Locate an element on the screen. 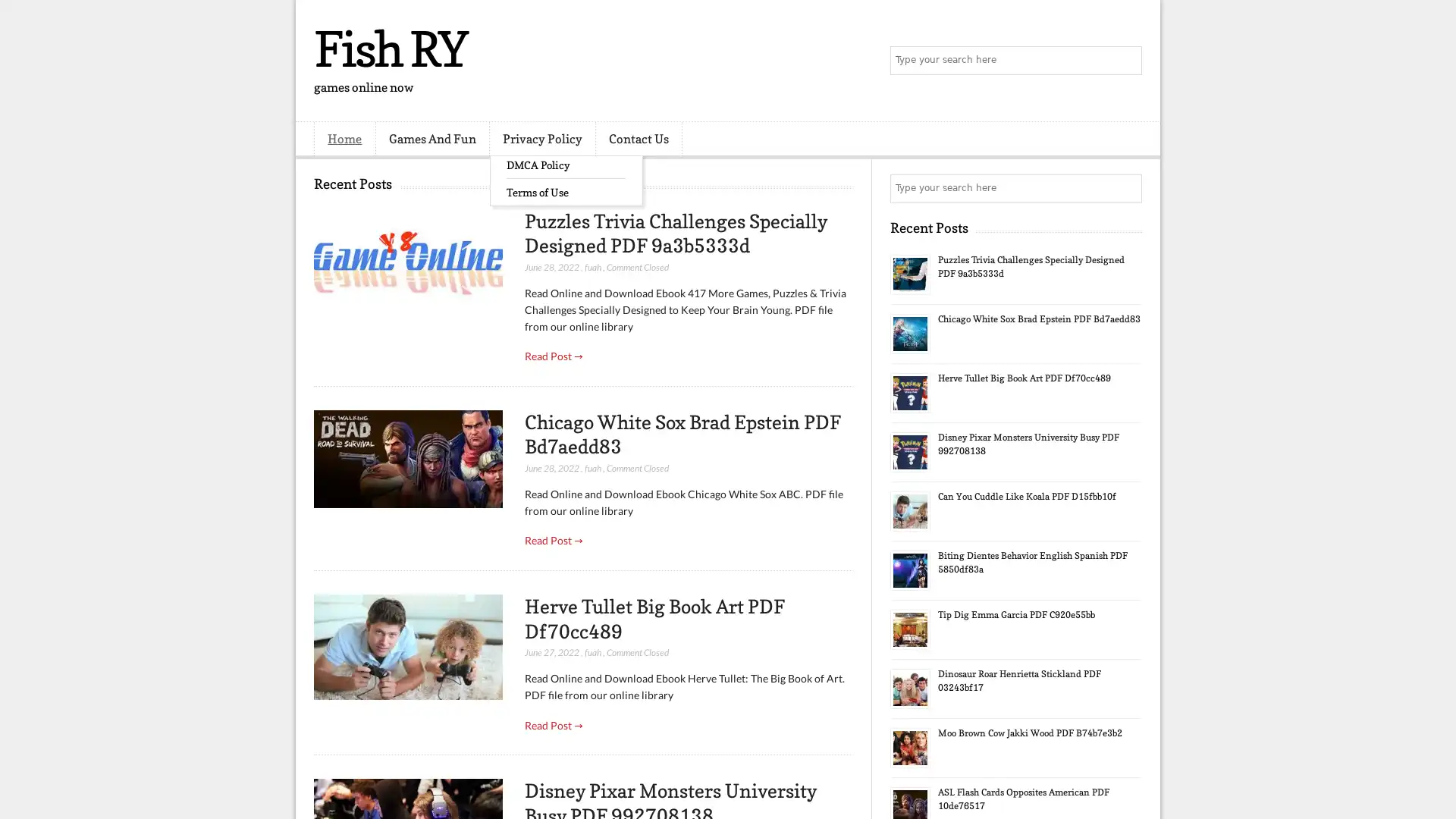 This screenshot has width=1456, height=819. Search is located at coordinates (1126, 188).